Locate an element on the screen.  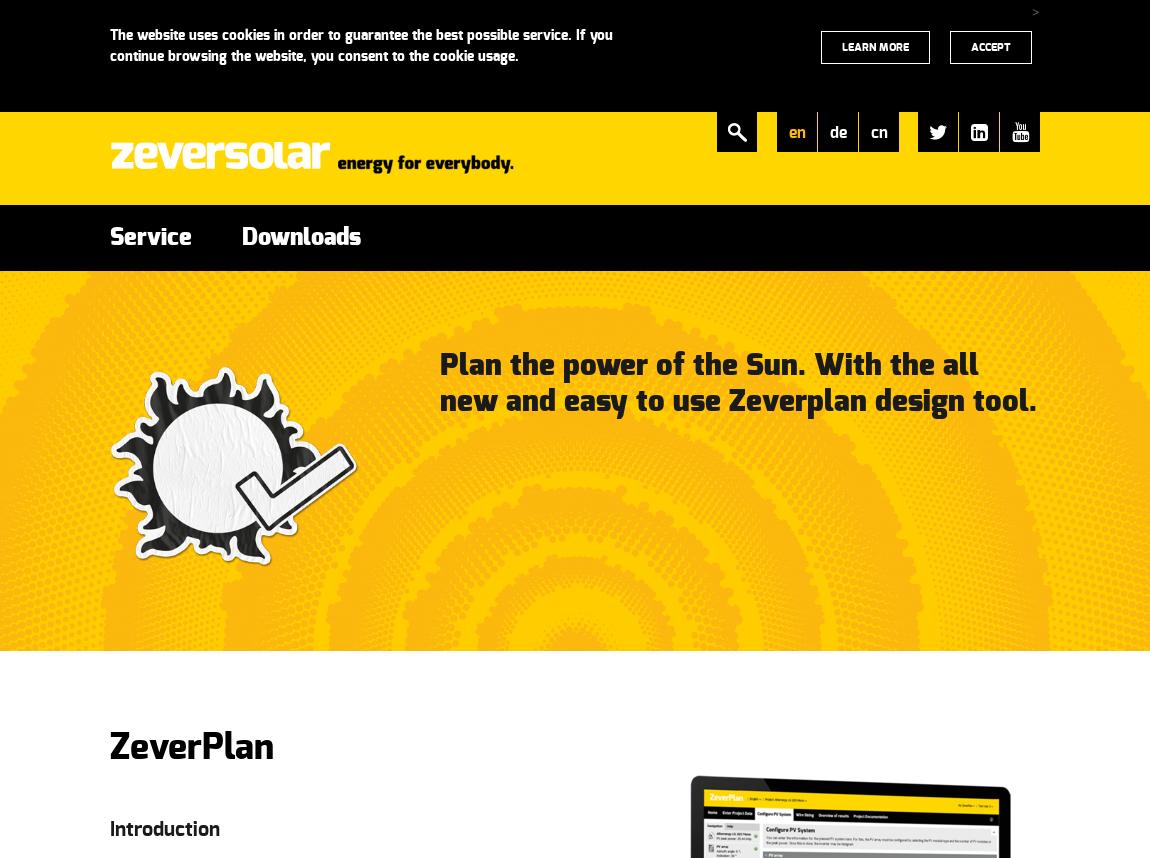
'Downloads' is located at coordinates (301, 237).